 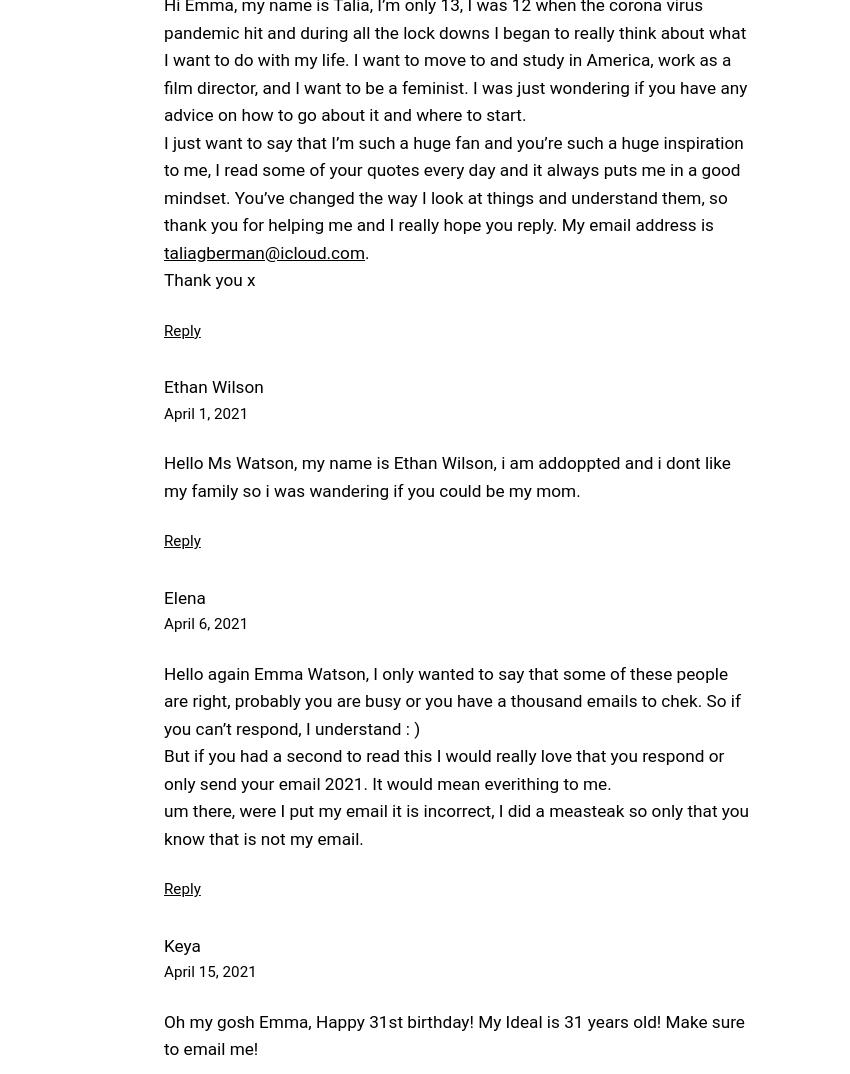 I want to click on 'Hello Ms Watson, my name is Ethan Wilson, i am addoppted and i dont like my family so i was wandering if you could be my mom.', so click(x=446, y=475).